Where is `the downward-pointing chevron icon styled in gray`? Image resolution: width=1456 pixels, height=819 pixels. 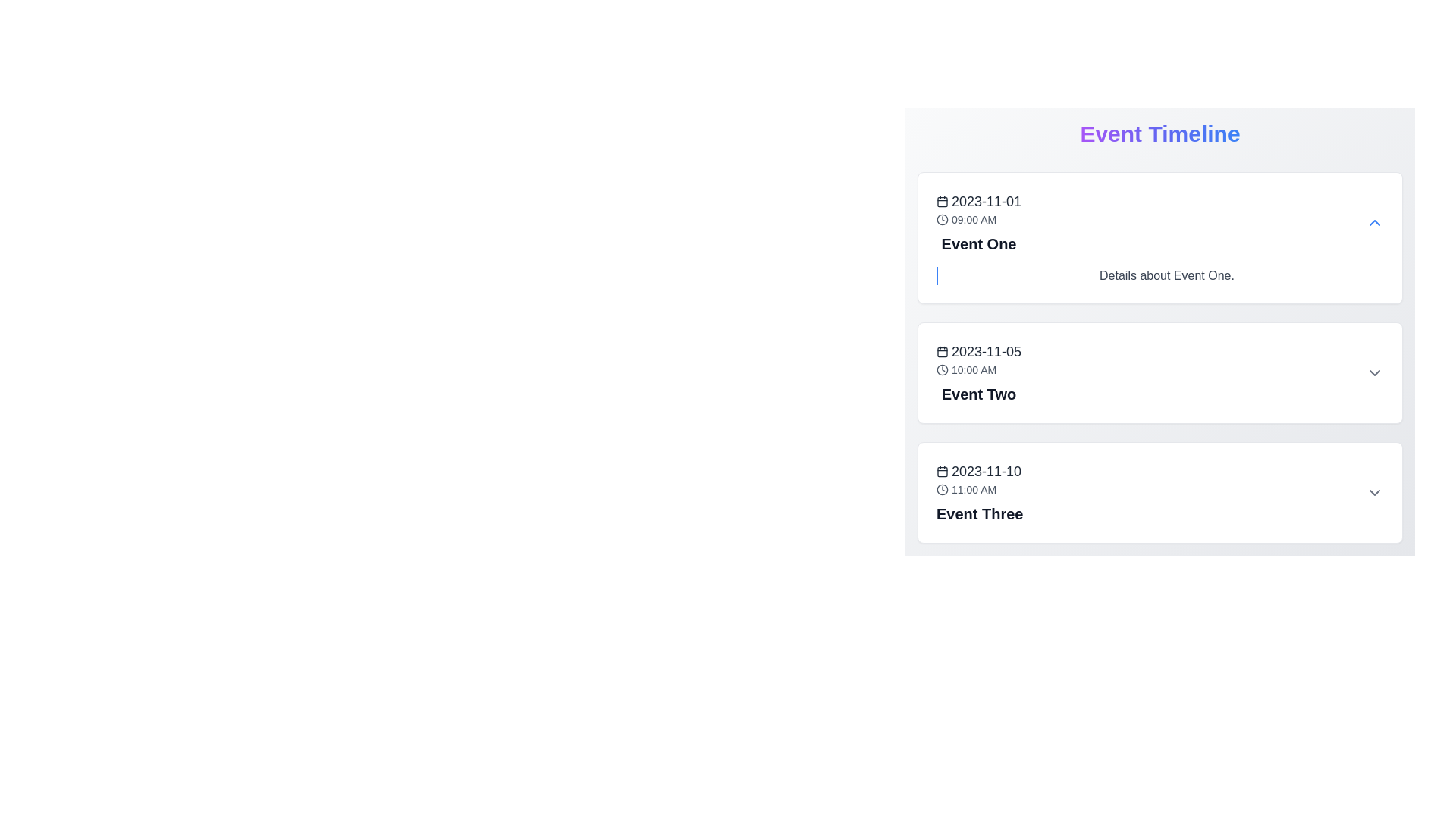 the downward-pointing chevron icon styled in gray is located at coordinates (1375, 493).